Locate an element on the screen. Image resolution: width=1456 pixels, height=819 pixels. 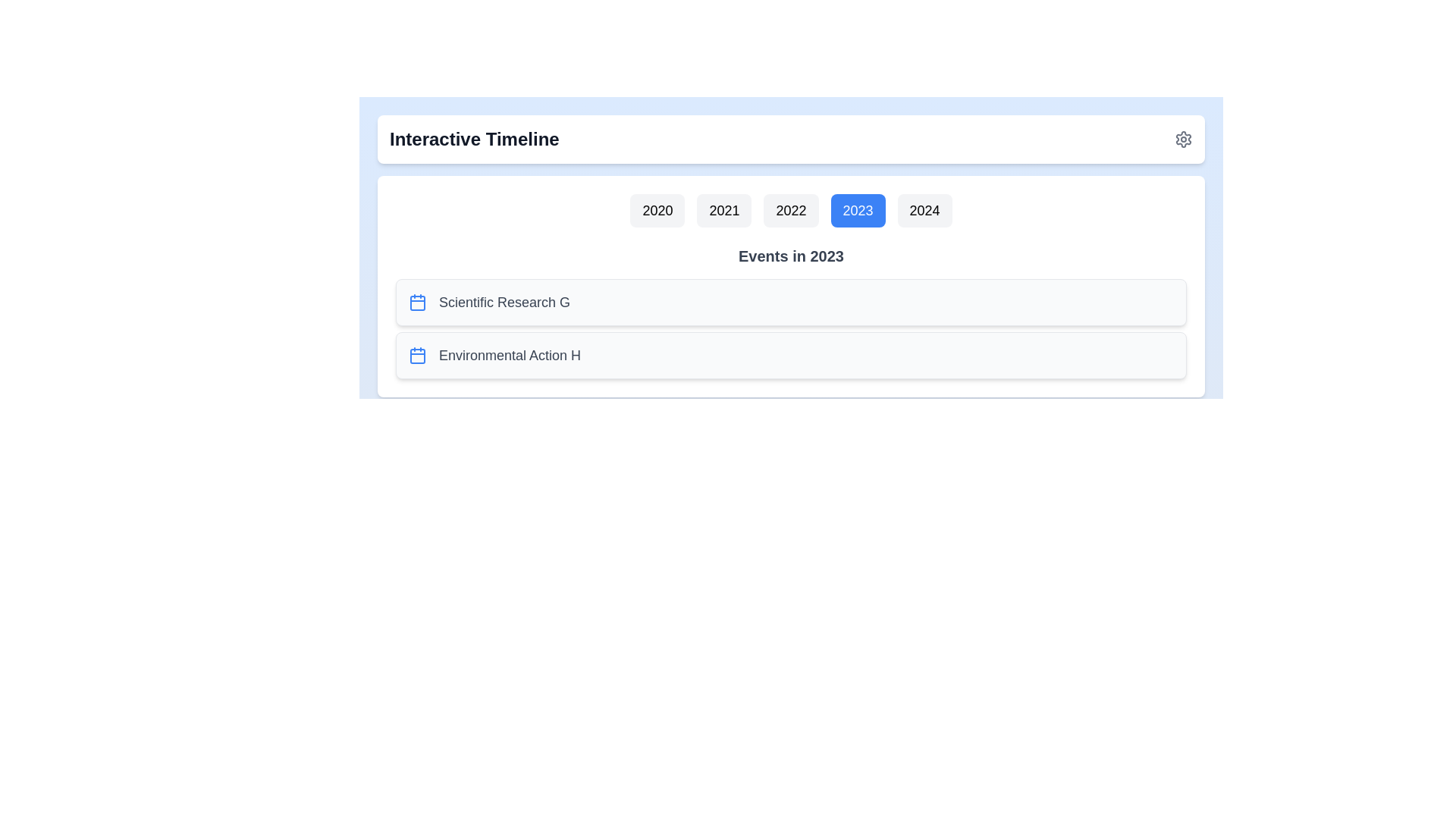
the event Scientific Research G listed for the year 2023 is located at coordinates (504, 302).